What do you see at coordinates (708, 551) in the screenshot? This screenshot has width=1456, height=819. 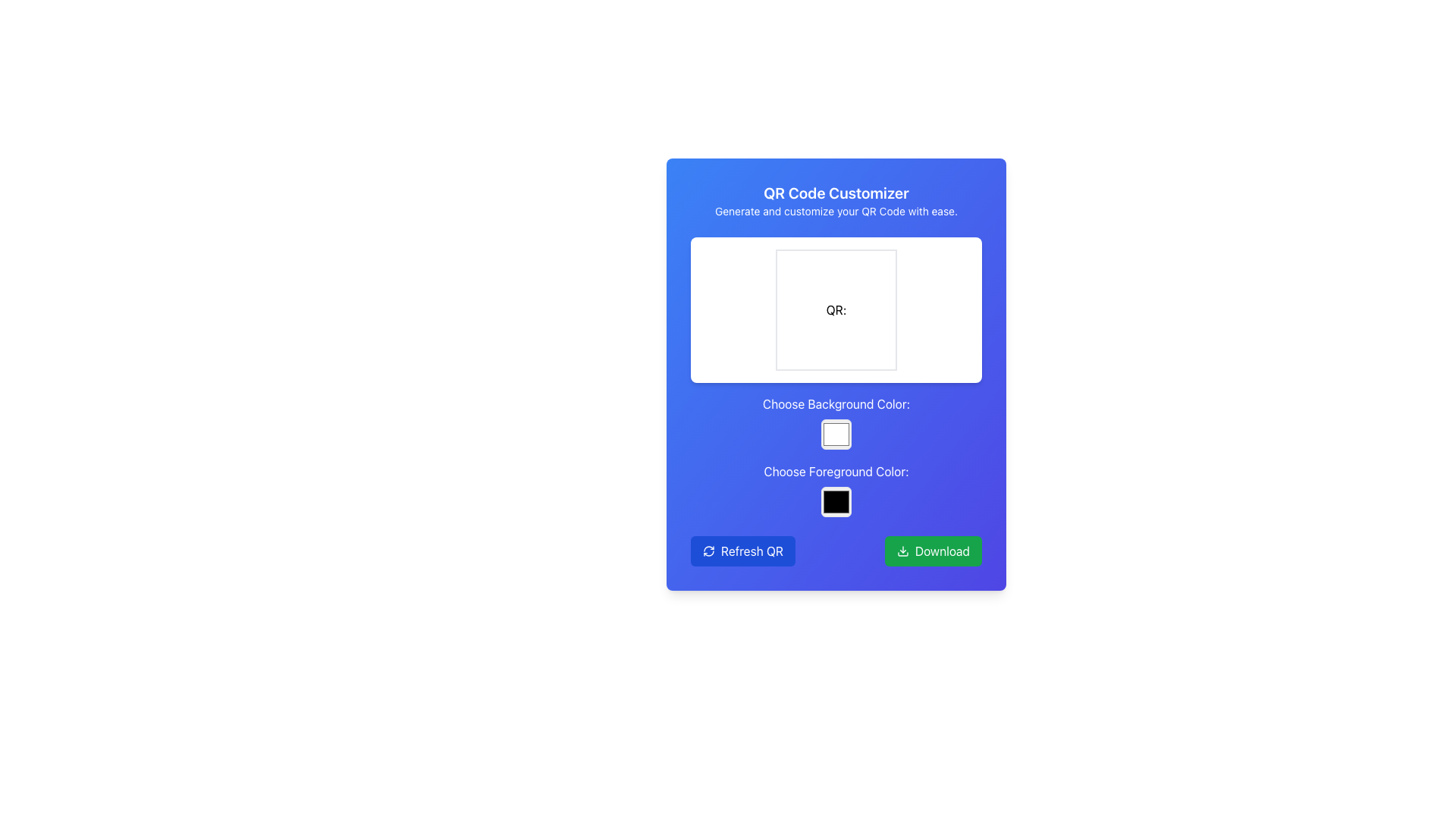 I see `the circular refresh icon located inside the 'Refresh QR' button with a blue background and white text to initiate the refresh action` at bounding box center [708, 551].